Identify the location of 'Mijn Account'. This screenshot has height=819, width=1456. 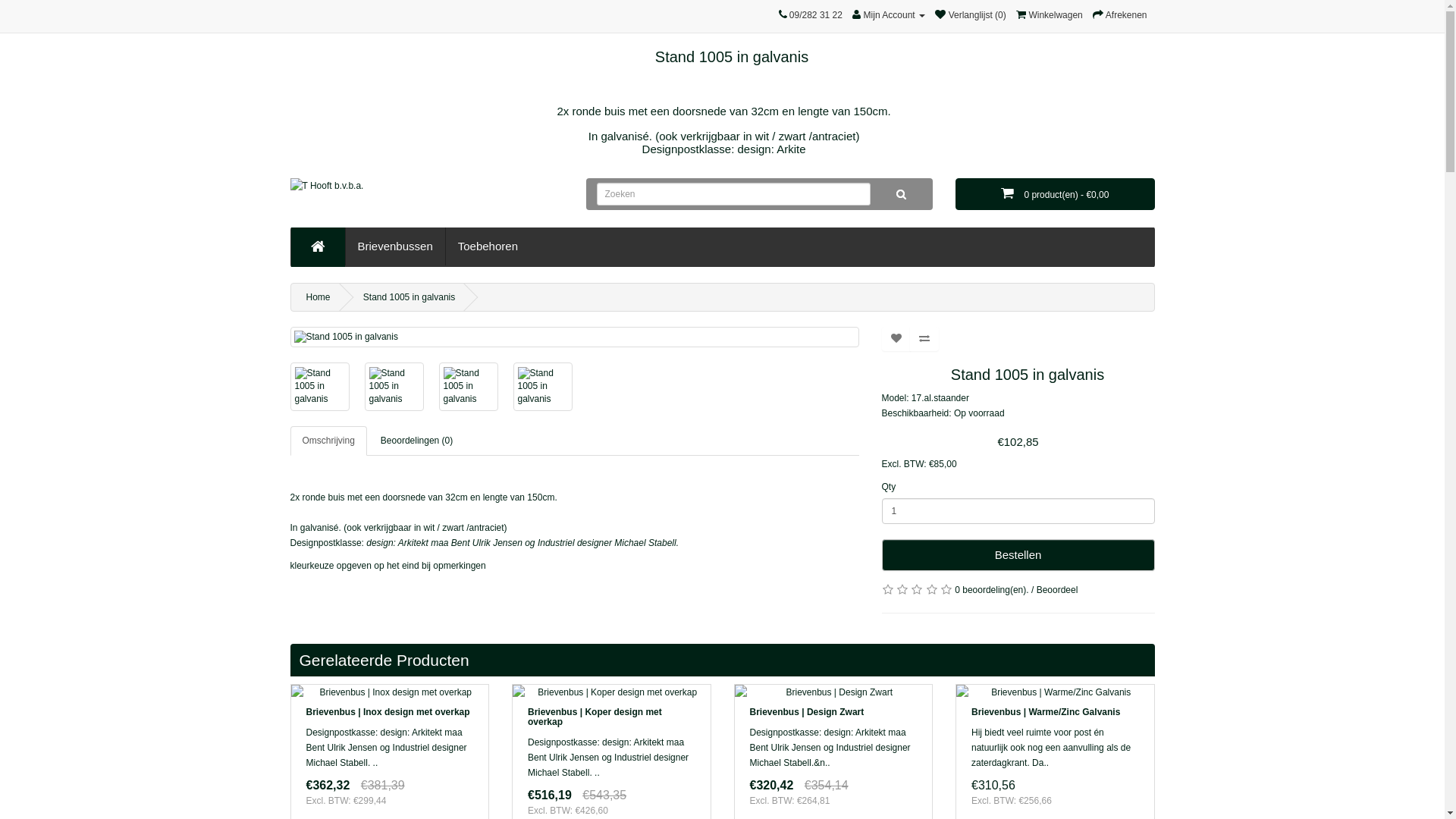
(888, 14).